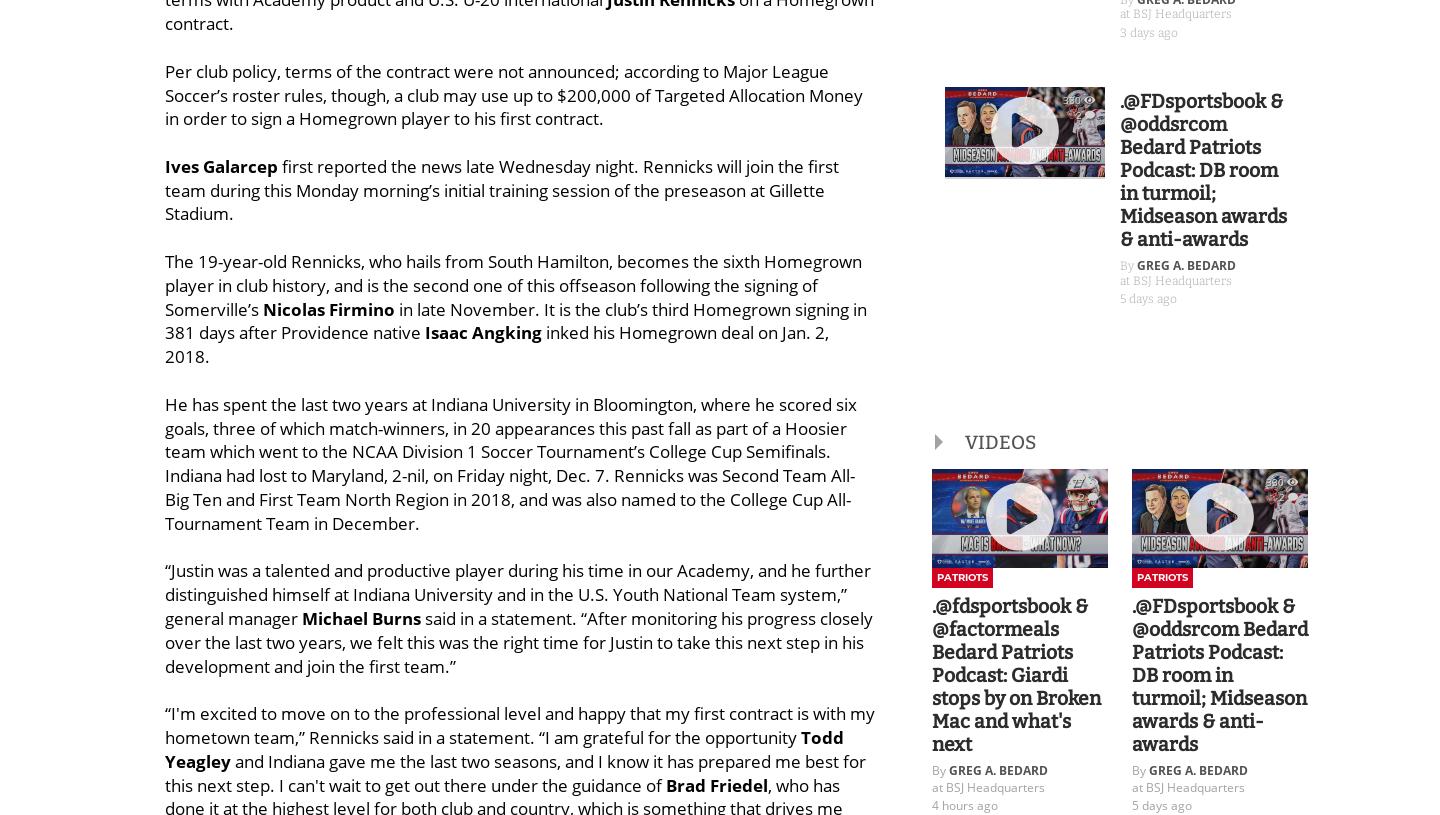 The height and width of the screenshot is (815, 1440). Describe the element at coordinates (963, 805) in the screenshot. I see `'4 hours ago'` at that location.